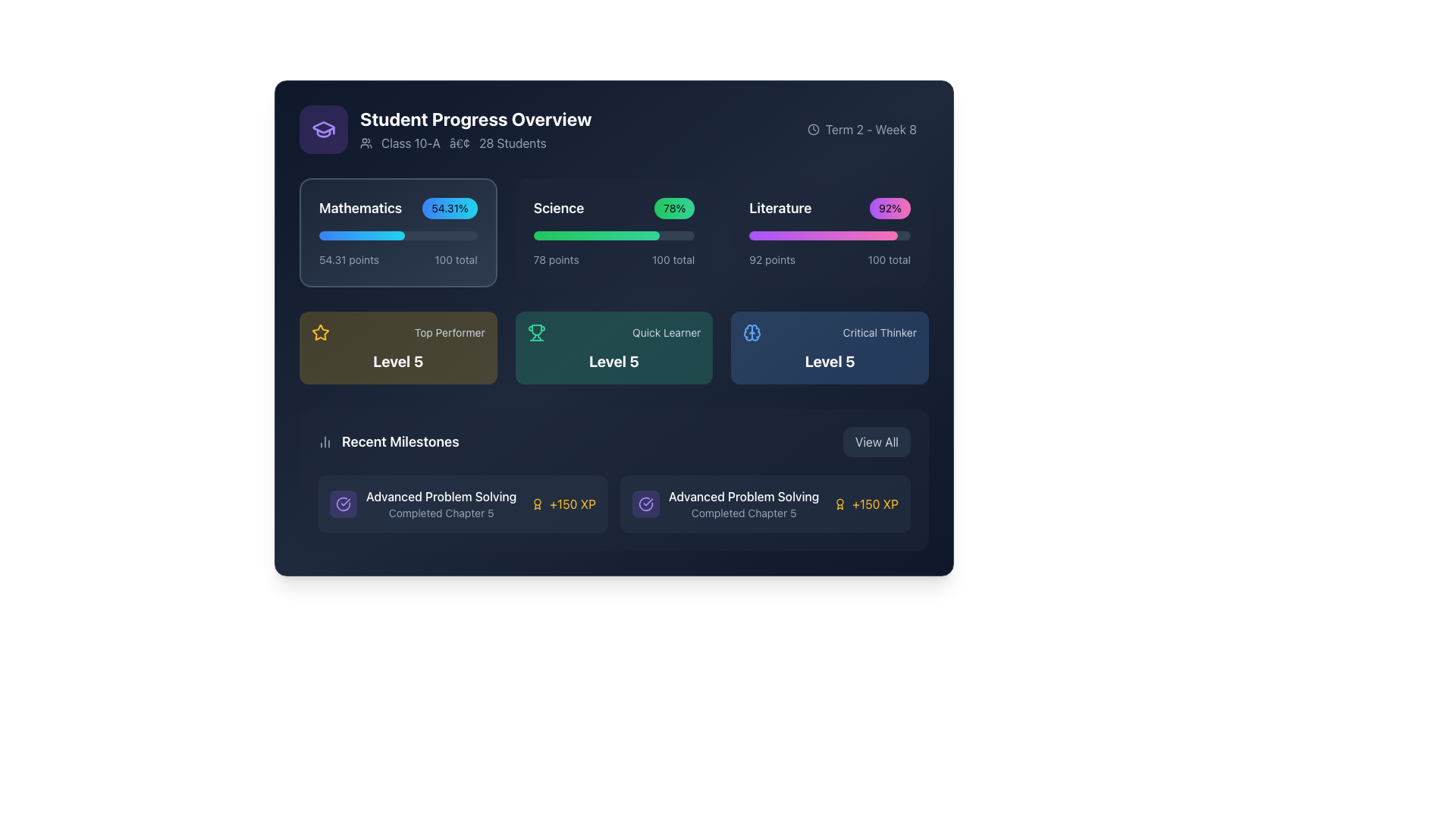 Image resolution: width=1456 pixels, height=819 pixels. I want to click on the Grid of subject progress cards in the 'Student Progress Overview', so click(614, 233).